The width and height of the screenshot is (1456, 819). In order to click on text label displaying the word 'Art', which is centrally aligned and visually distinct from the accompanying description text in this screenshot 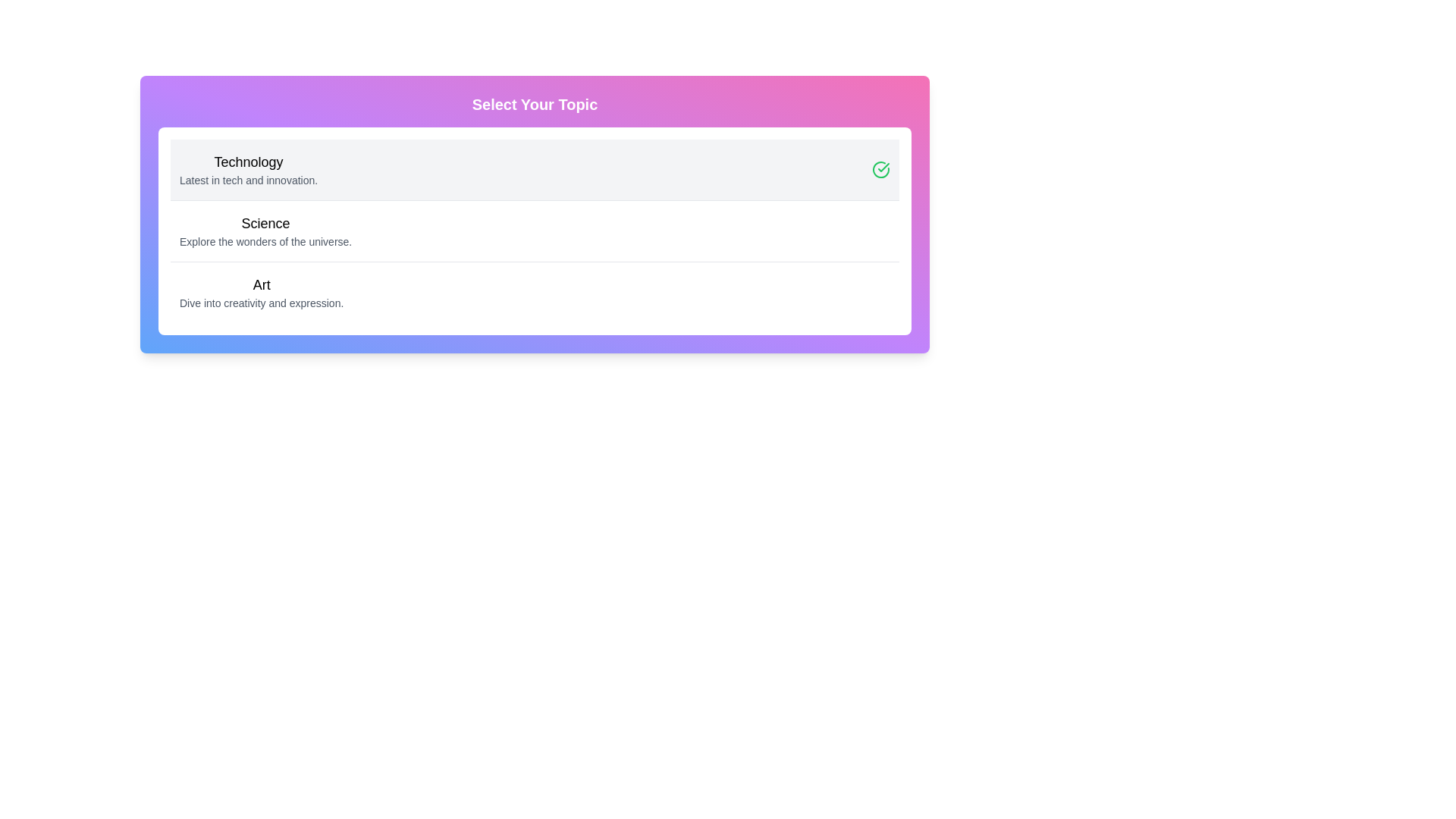, I will do `click(262, 284)`.